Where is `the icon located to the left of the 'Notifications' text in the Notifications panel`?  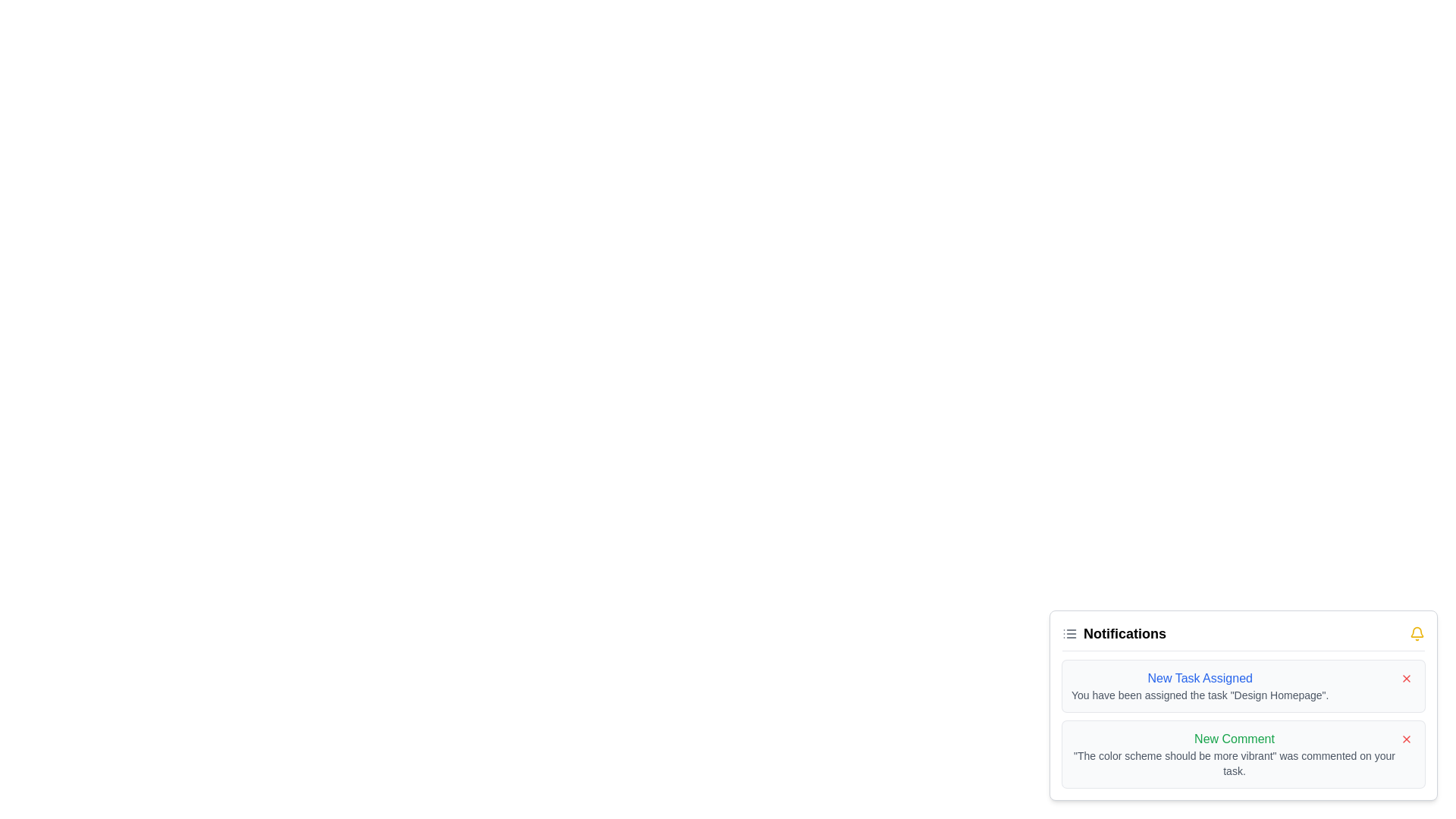
the icon located to the left of the 'Notifications' text in the Notifications panel is located at coordinates (1069, 634).